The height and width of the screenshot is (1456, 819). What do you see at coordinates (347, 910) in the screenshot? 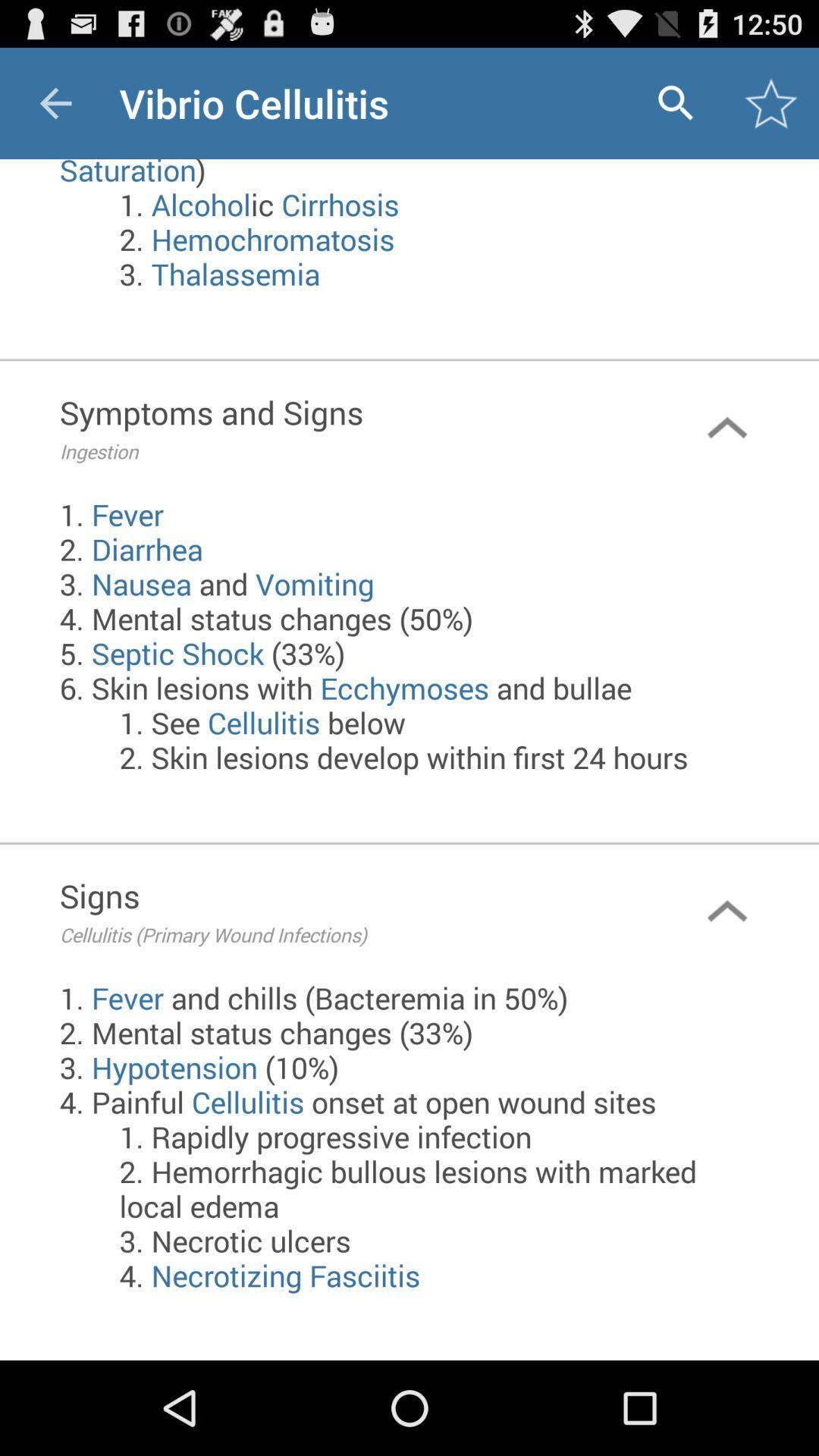
I see `the signs cellulitis primary` at bounding box center [347, 910].